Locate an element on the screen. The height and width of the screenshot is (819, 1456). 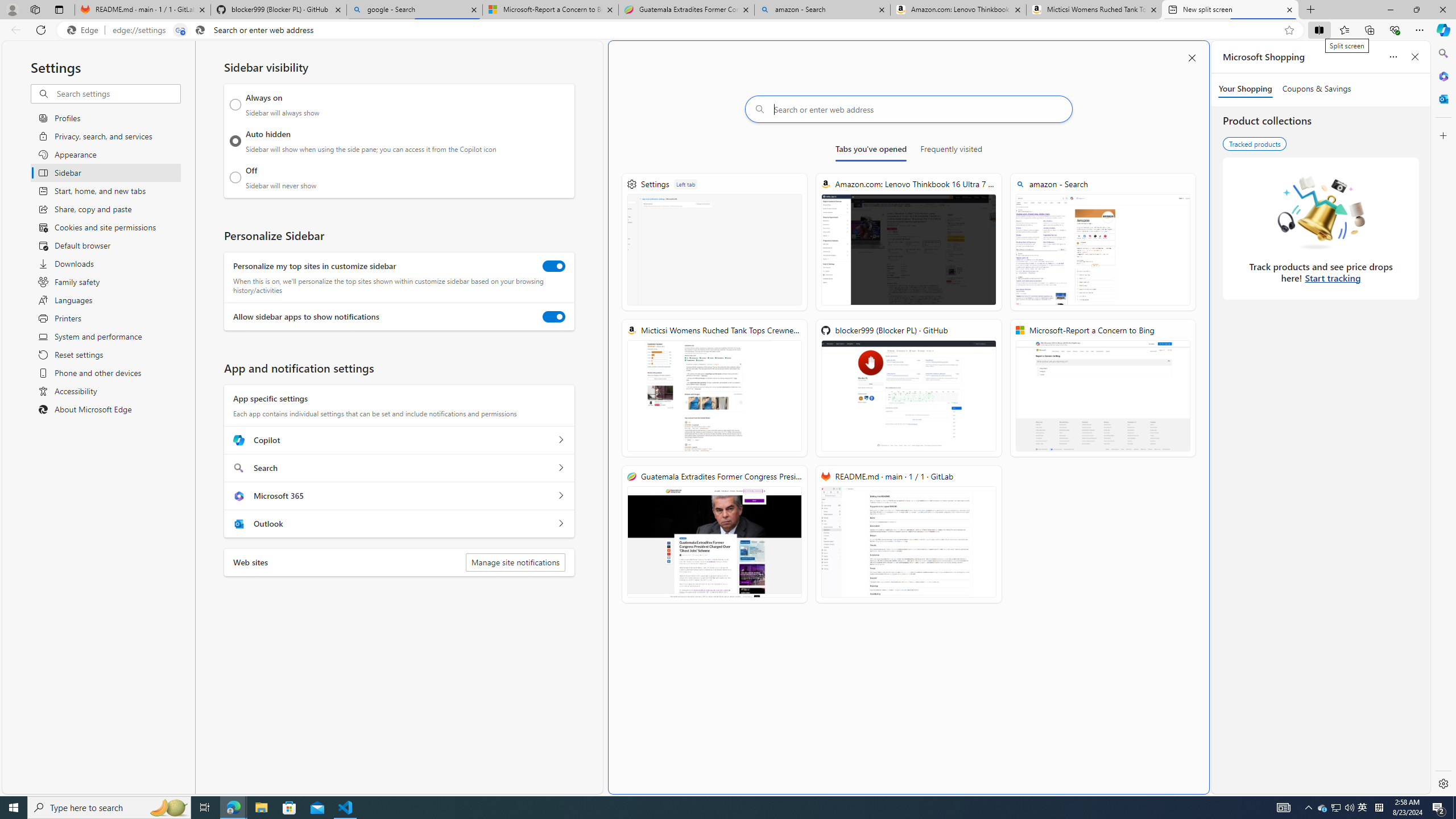
'Tab actions menu' is located at coordinates (58, 9).